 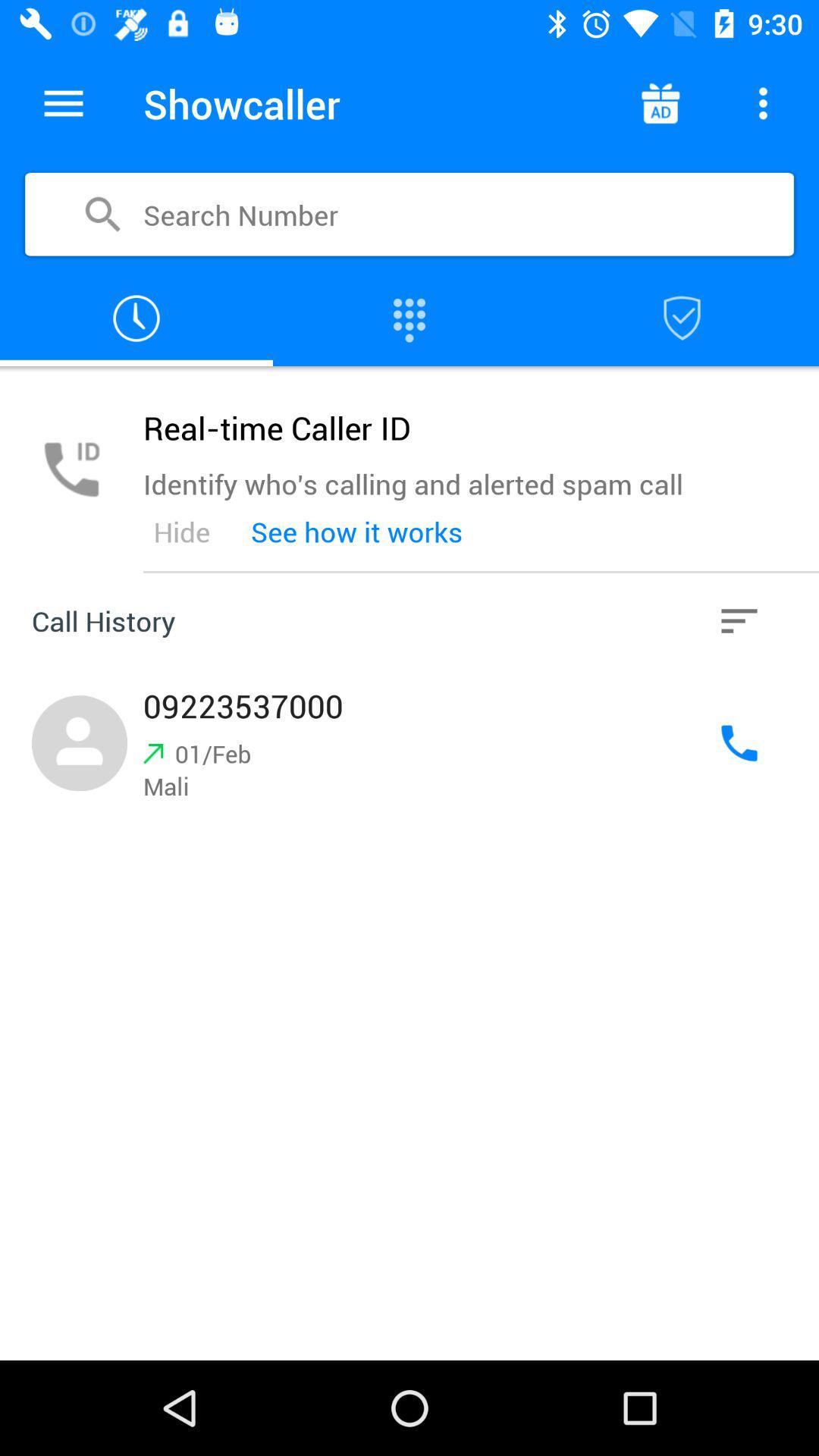 What do you see at coordinates (739, 621) in the screenshot?
I see `the icon next to see how it item` at bounding box center [739, 621].